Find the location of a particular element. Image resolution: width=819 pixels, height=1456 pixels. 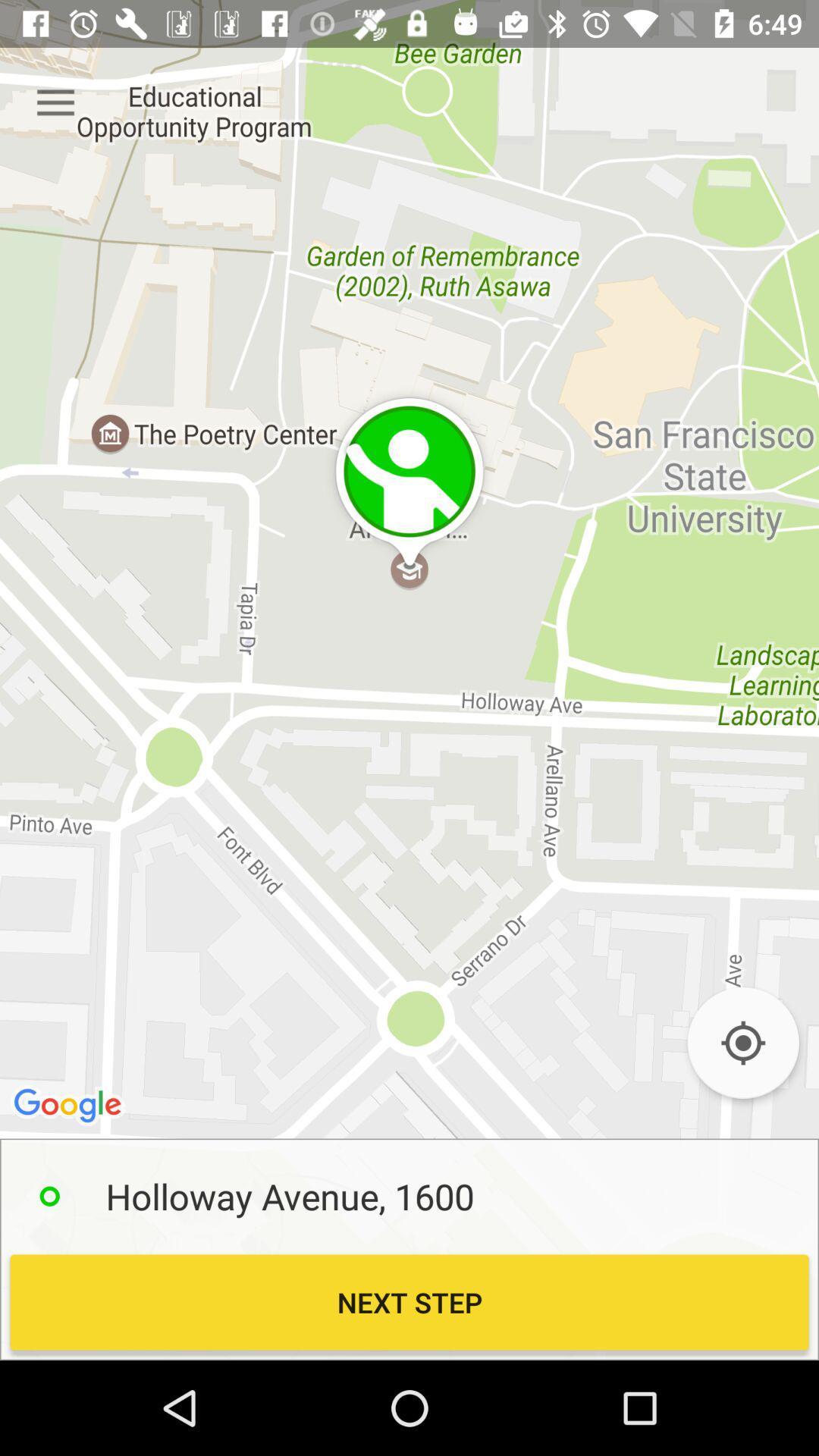

the location_crosshair icon is located at coordinates (742, 1042).